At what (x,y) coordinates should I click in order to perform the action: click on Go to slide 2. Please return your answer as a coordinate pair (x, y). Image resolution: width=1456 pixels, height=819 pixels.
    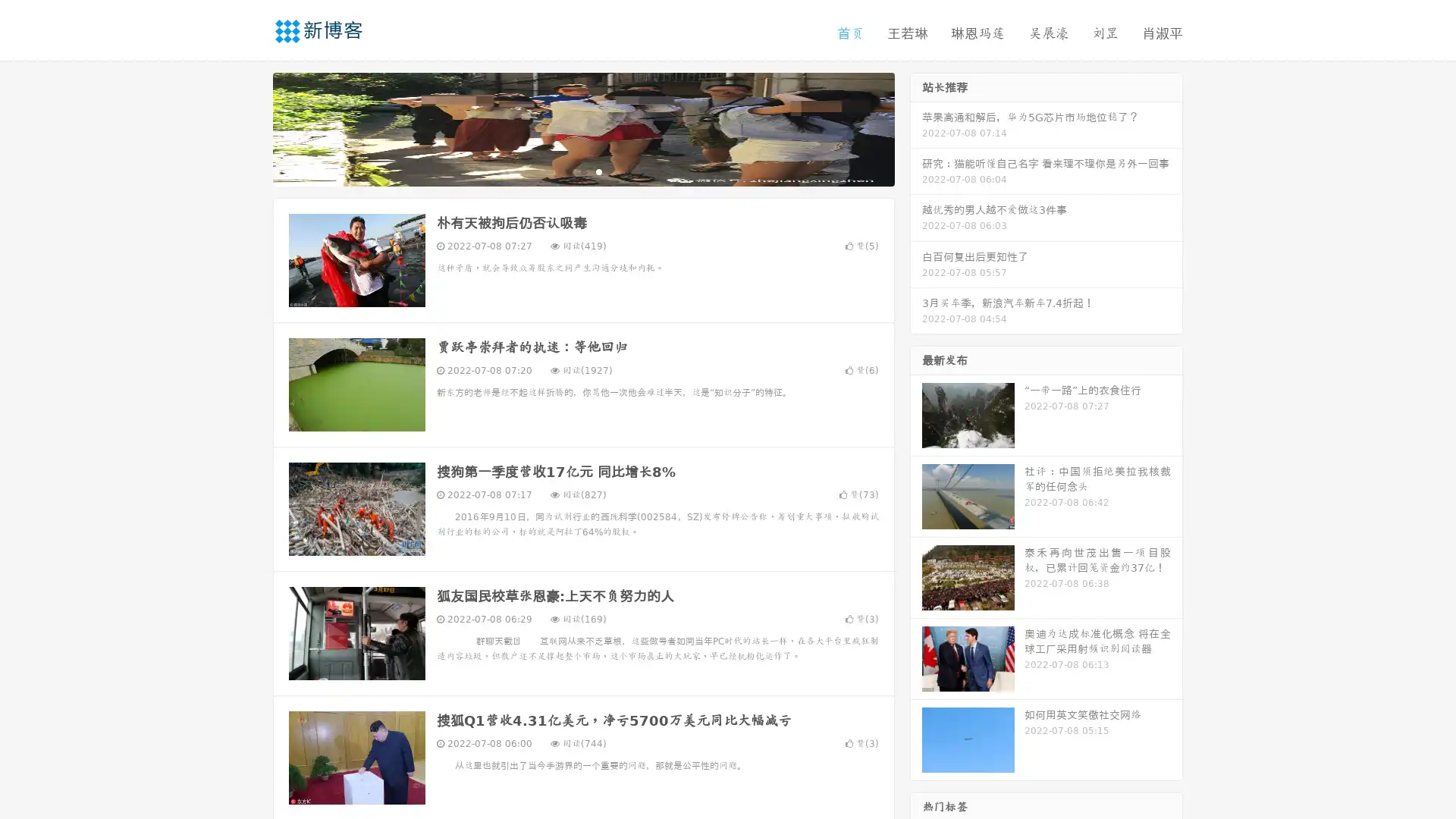
    Looking at the image, I should click on (582, 171).